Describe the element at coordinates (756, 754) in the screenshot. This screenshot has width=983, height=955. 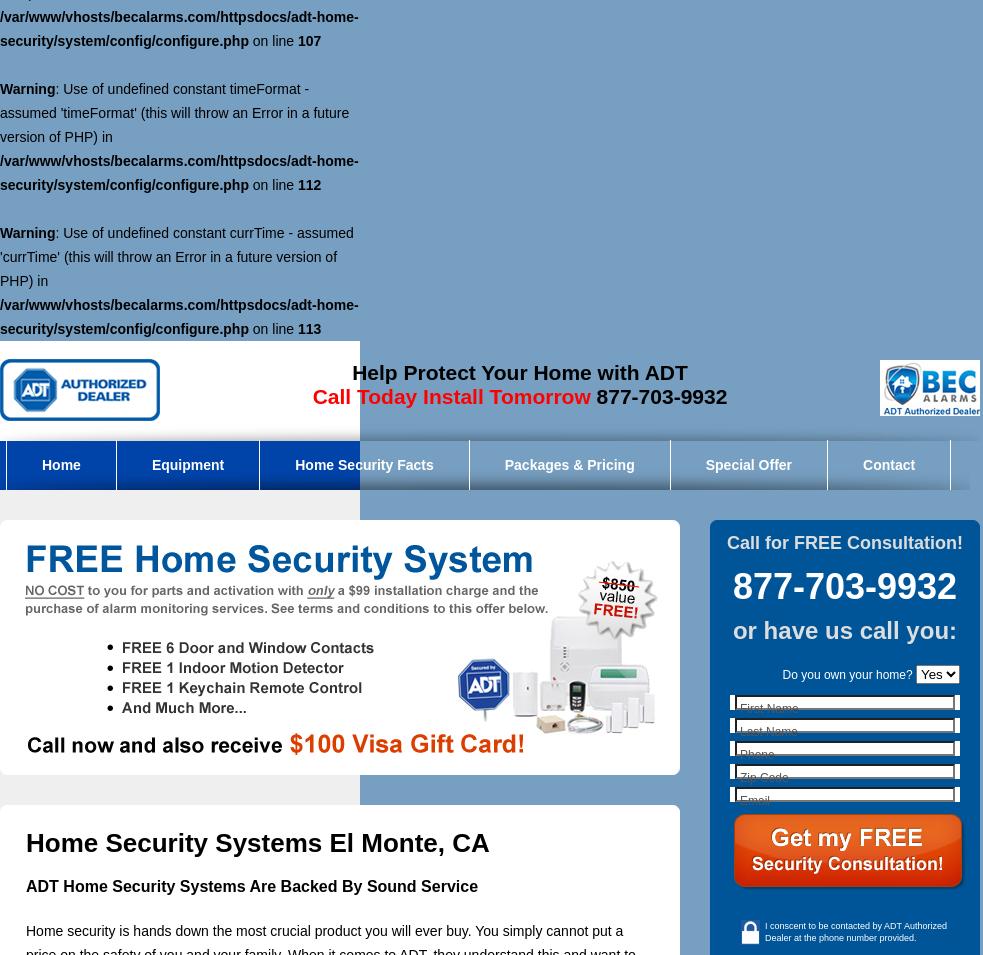
I see `'Phone'` at that location.